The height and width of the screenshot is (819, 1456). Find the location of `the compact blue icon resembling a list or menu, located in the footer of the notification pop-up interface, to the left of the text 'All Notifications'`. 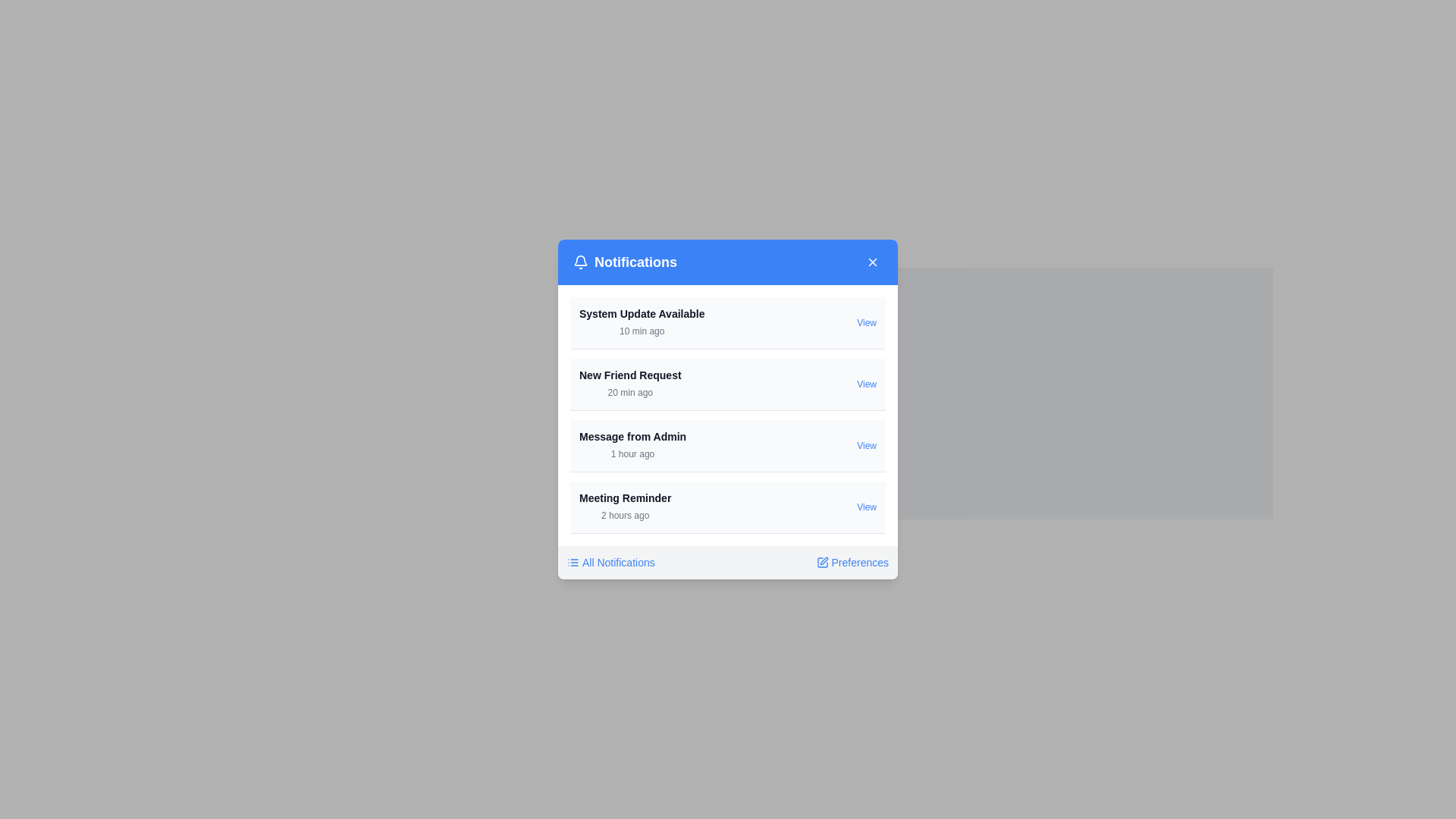

the compact blue icon resembling a list or menu, located in the footer of the notification pop-up interface, to the left of the text 'All Notifications' is located at coordinates (572, 562).